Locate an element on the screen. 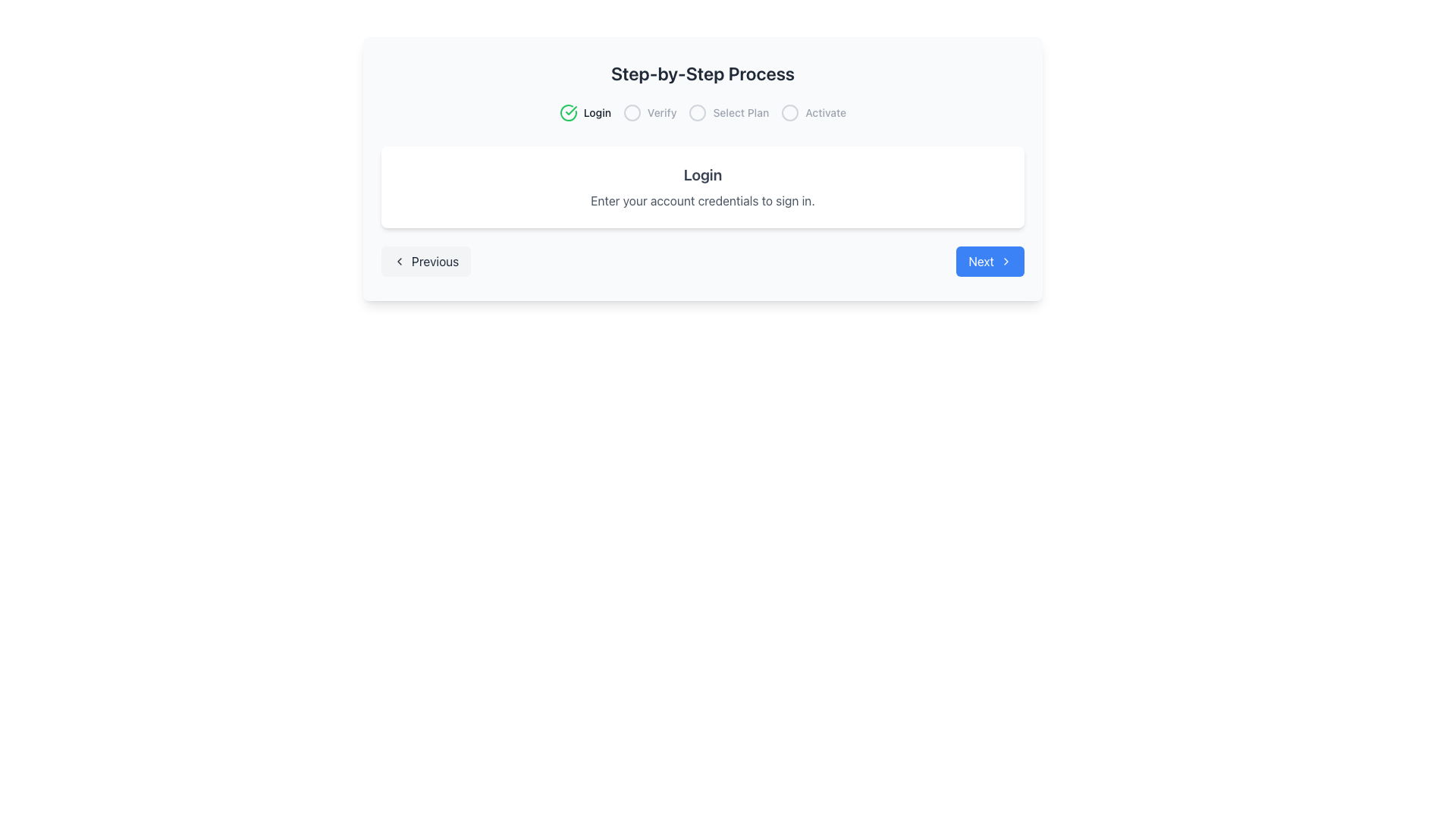 This screenshot has height=819, width=1456. the static text header indicating the purpose of the section related to logging into an account is located at coordinates (701, 174).